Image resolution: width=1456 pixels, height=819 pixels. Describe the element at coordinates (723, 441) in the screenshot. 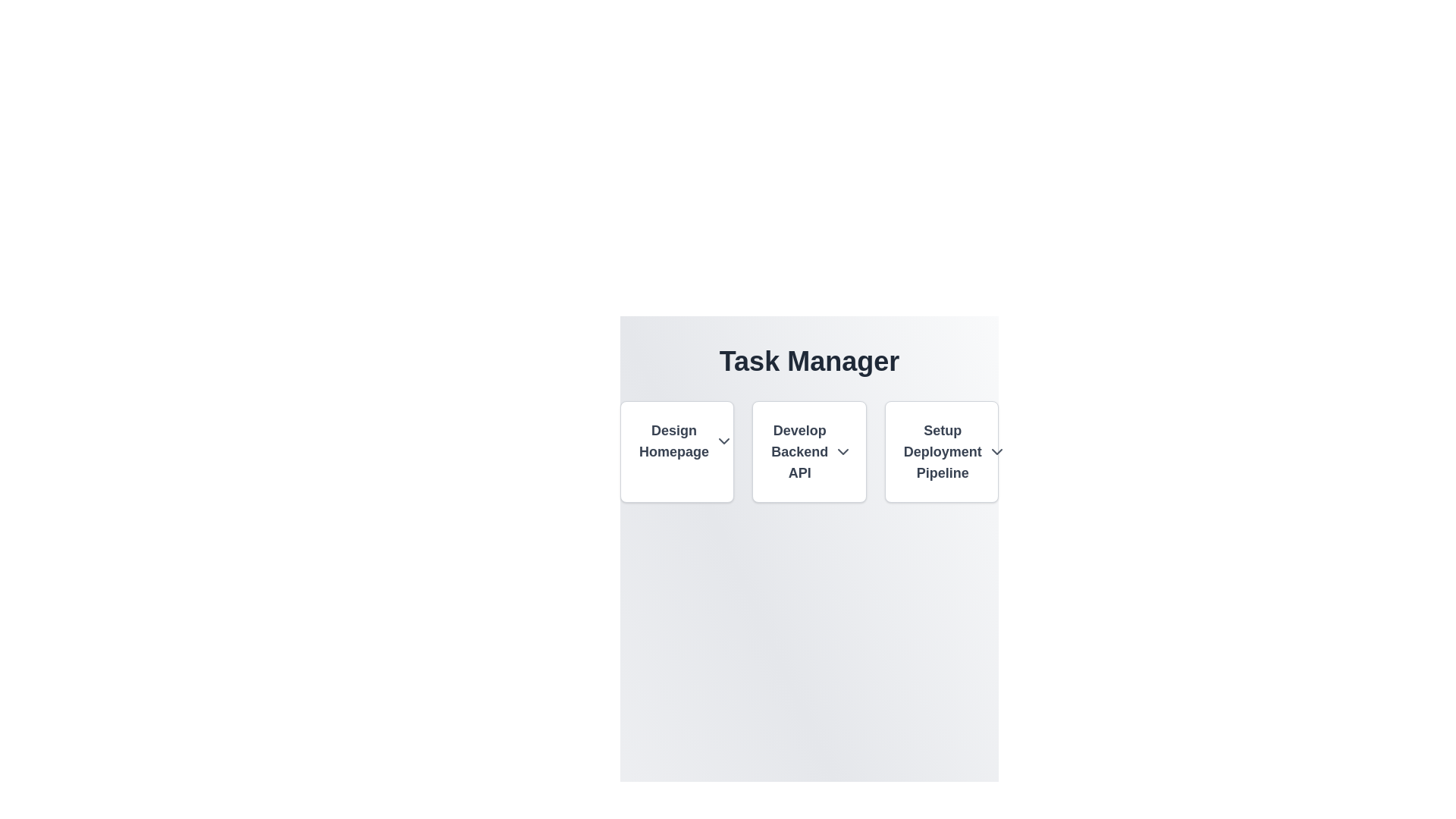

I see `the downward-pointing chevron icon located beside the text 'Design Homepage' in the first card under 'Task Manager'` at that location.